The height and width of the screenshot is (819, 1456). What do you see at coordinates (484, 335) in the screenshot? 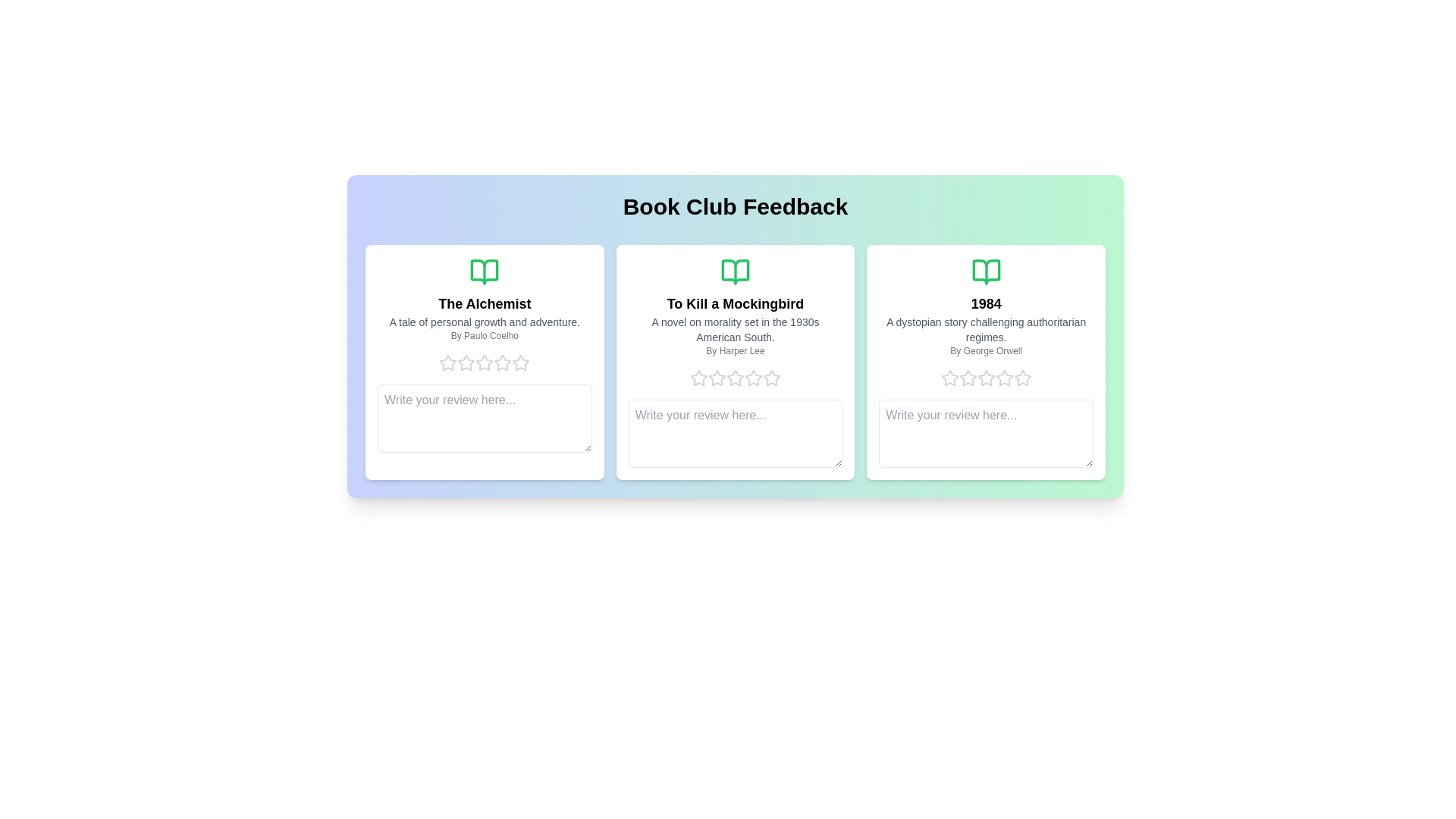
I see `the text label displaying 'By Paulo Coelho', which is styled with a small, thin gray font and is located within the card layout for the book 'The Alchemist', positioned below the subheading and above the star rating section` at bounding box center [484, 335].